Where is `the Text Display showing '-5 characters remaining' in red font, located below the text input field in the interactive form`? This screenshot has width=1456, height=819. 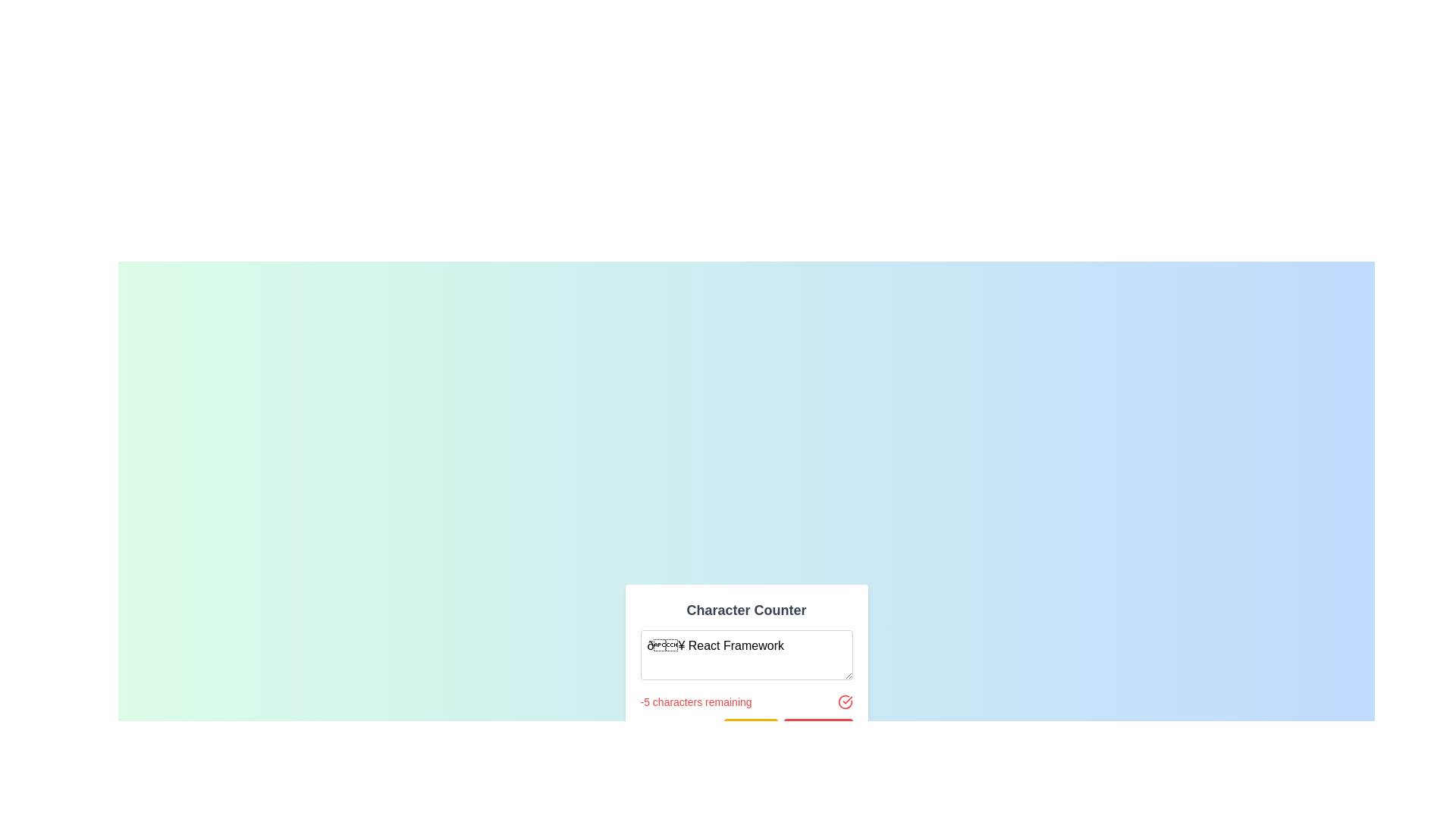
the Text Display showing '-5 characters remaining' in red font, located below the text input field in the interactive form is located at coordinates (695, 701).